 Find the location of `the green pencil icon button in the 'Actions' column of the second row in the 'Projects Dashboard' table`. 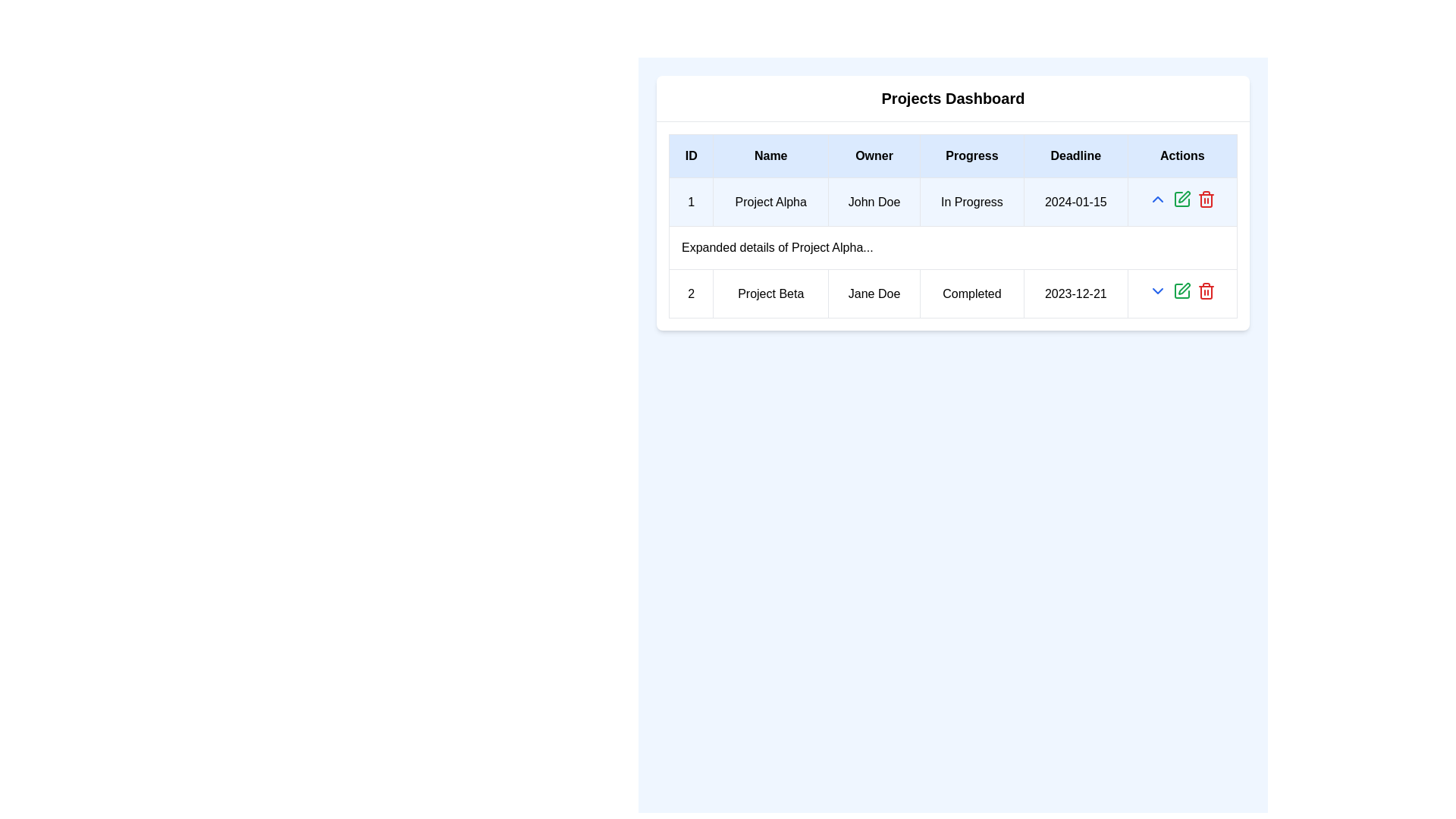

the green pencil icon button in the 'Actions' column of the second row in the 'Projects Dashboard' table is located at coordinates (1181, 291).